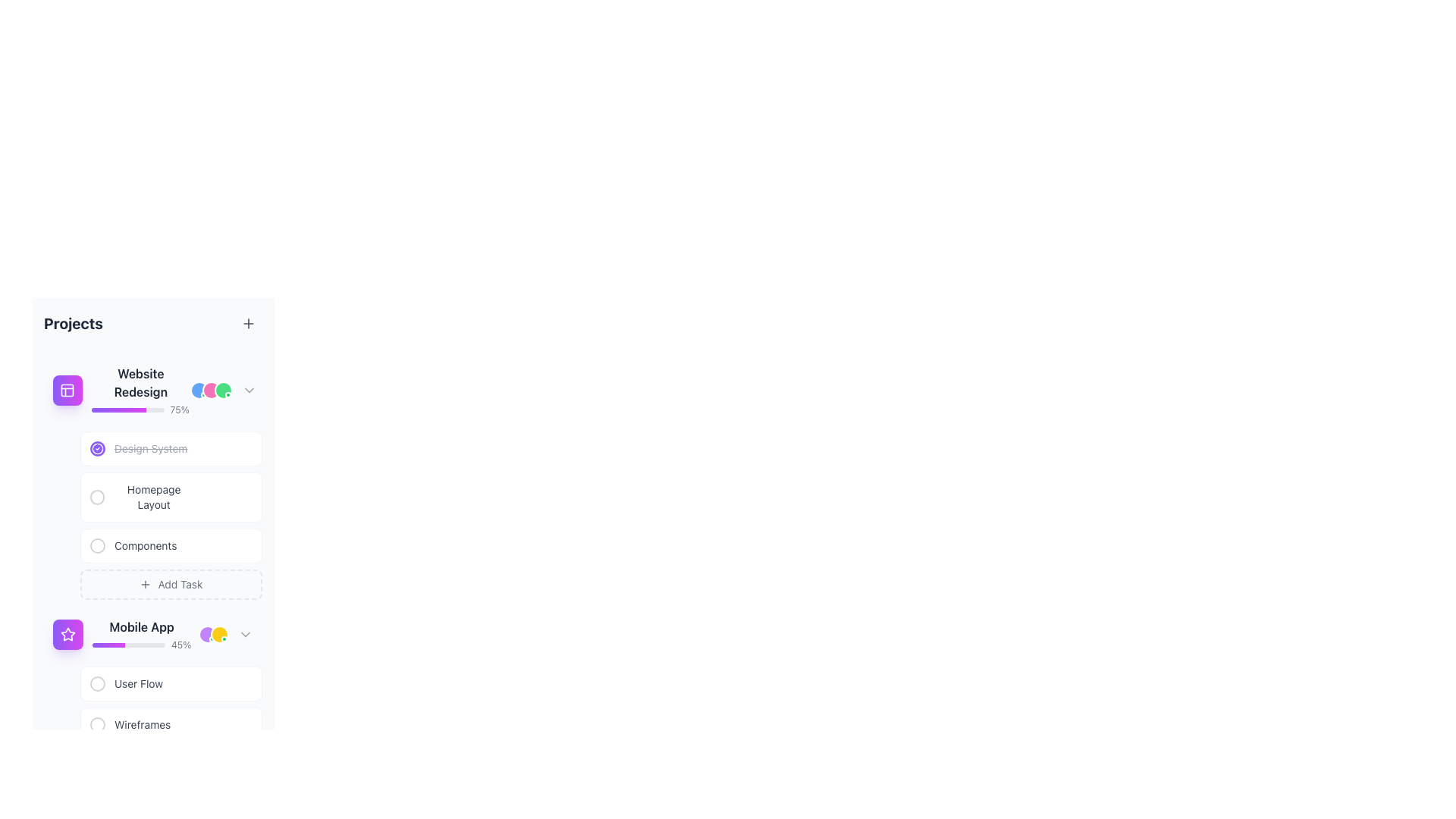 This screenshot has height=819, width=1456. I want to click on the 'Mobile App' card element in the Projects section of the sidebar to activate hover effects, so click(152, 635).